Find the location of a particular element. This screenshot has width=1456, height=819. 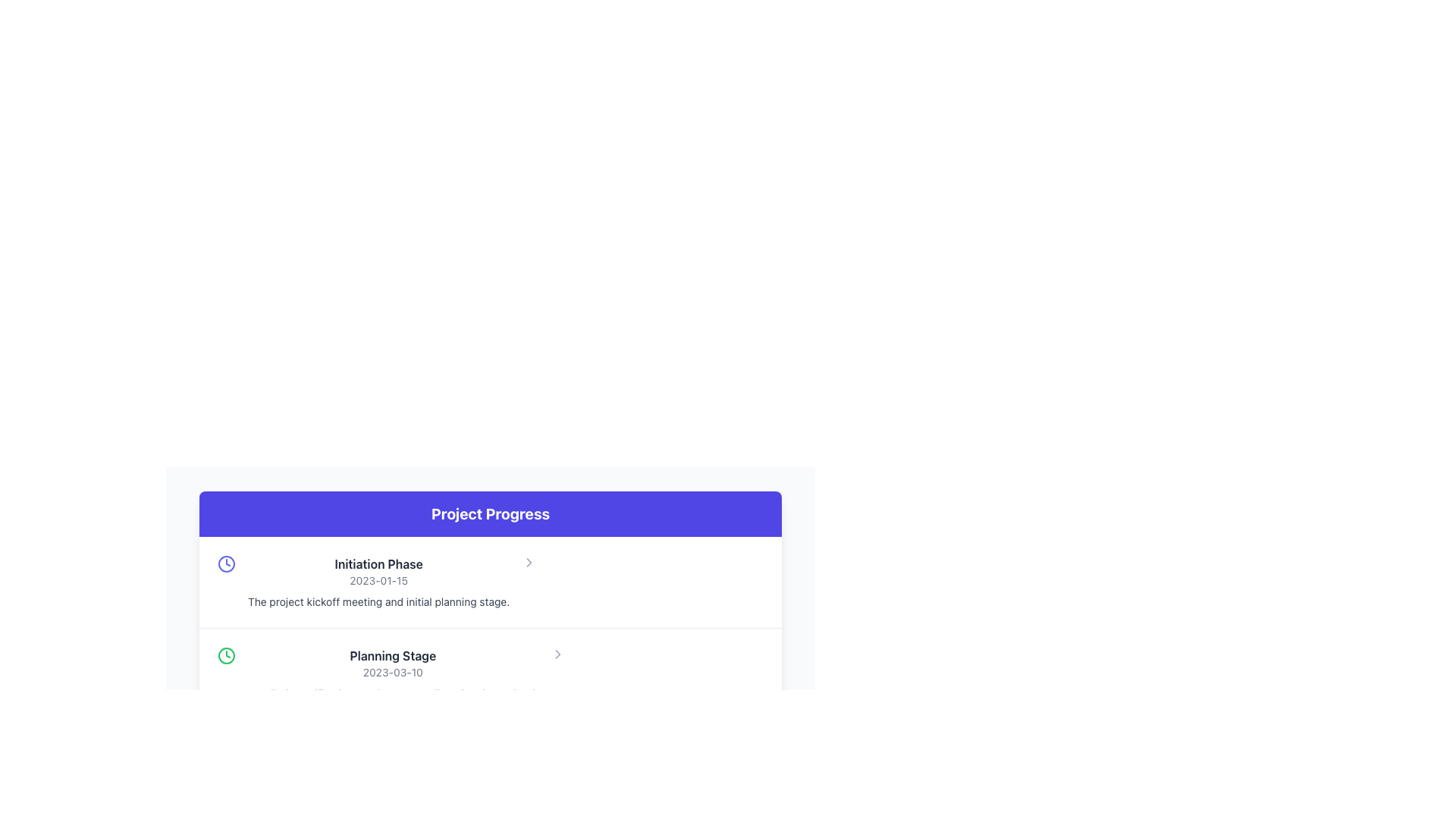

the text element containing 'The project kickoff meeting and initial planning stage.' located beneath the title 'Initiation Phase' and the date '2023-01-15' is located at coordinates (378, 601).